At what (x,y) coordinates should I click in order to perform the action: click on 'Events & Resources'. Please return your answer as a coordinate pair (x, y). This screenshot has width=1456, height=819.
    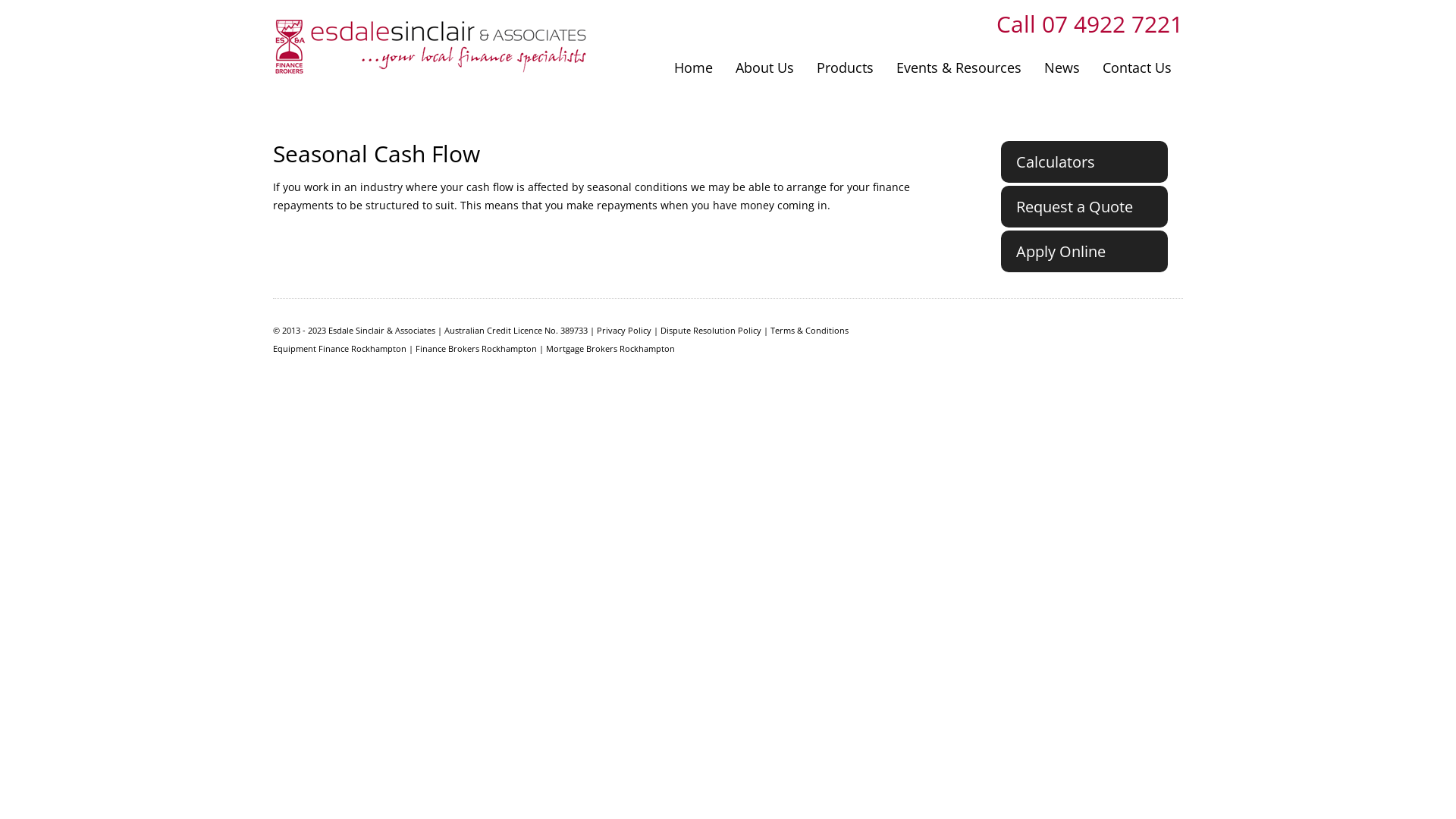
    Looking at the image, I should click on (958, 66).